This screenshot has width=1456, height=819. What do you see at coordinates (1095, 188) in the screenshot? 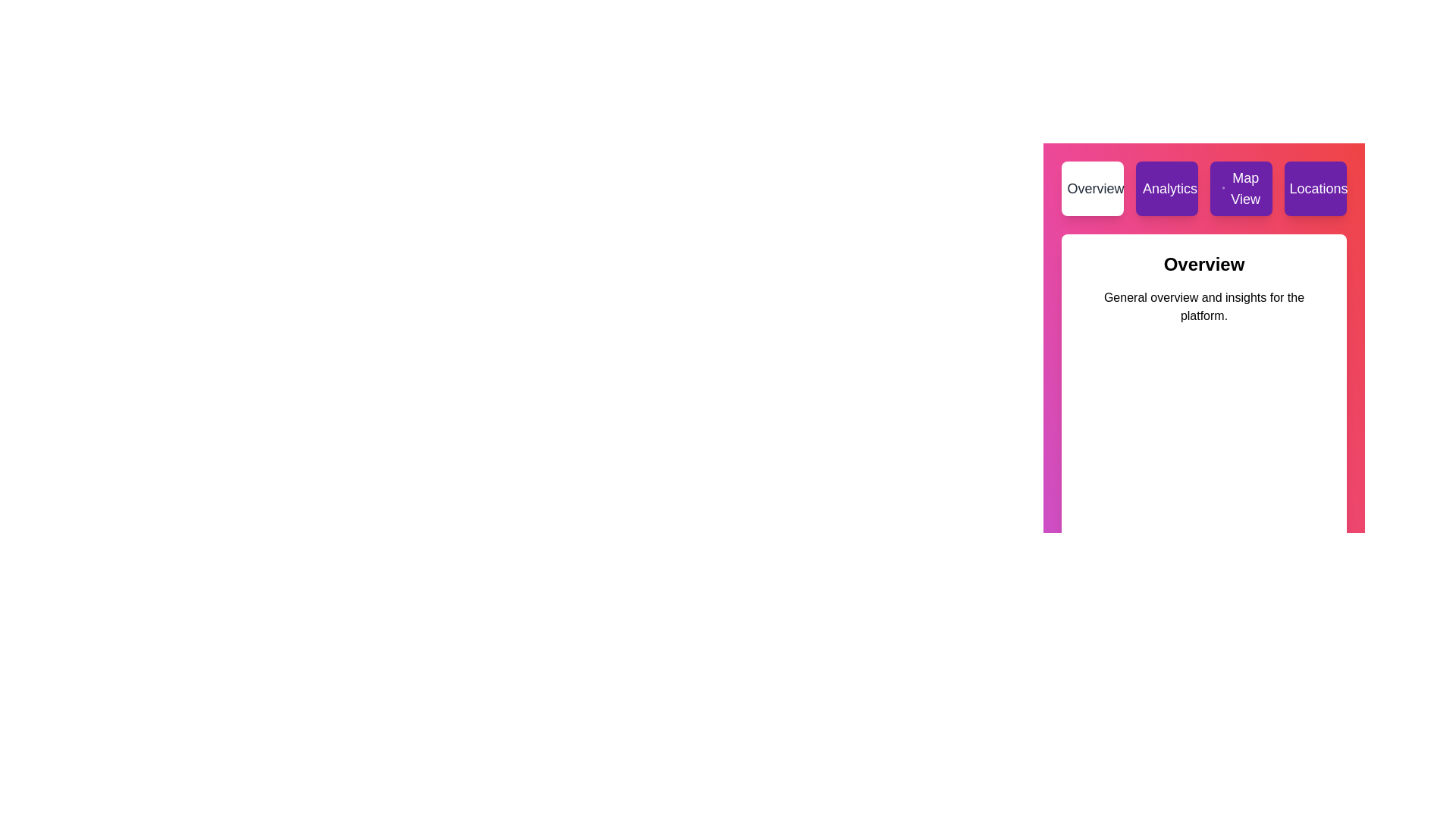
I see `the 'Overview' label, which is the first item in a horizontally aligned navigation bar, displayed in bold font within a white card-like component on a gradient pink-purple background` at bounding box center [1095, 188].